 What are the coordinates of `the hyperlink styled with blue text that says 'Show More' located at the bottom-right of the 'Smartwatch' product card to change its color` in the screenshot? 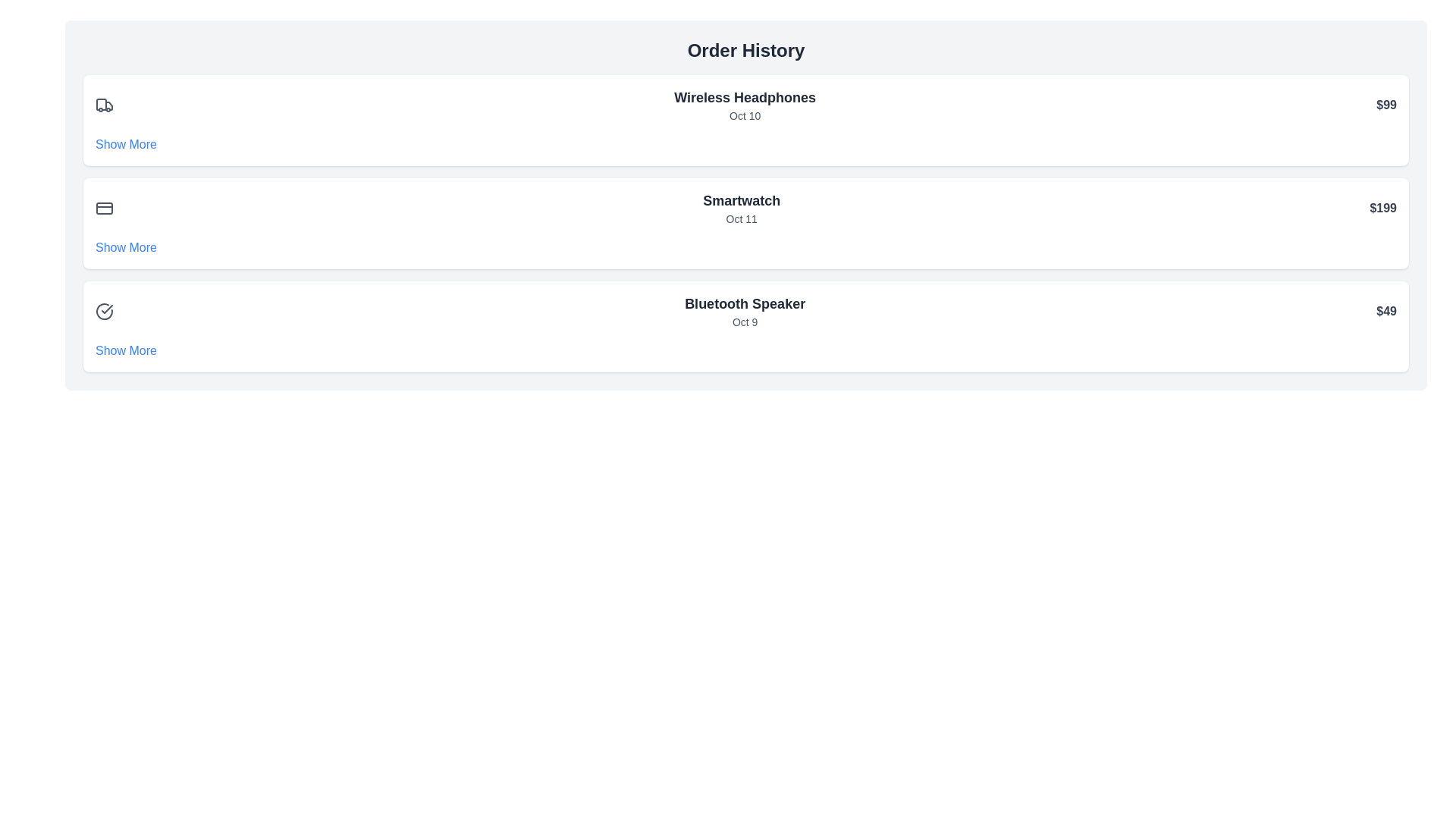 It's located at (126, 247).